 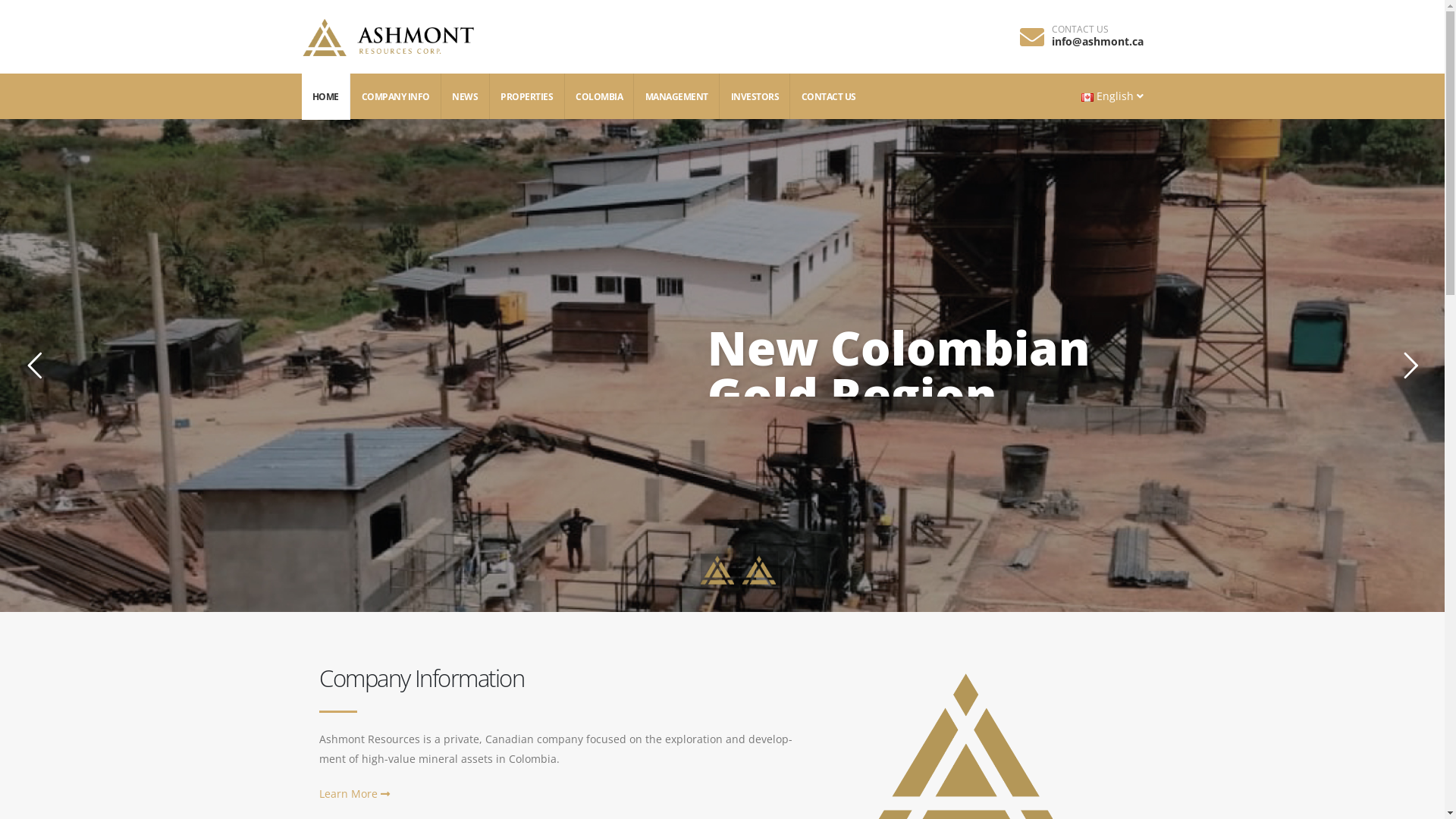 I want to click on 'INVESTORS', so click(x=755, y=96).